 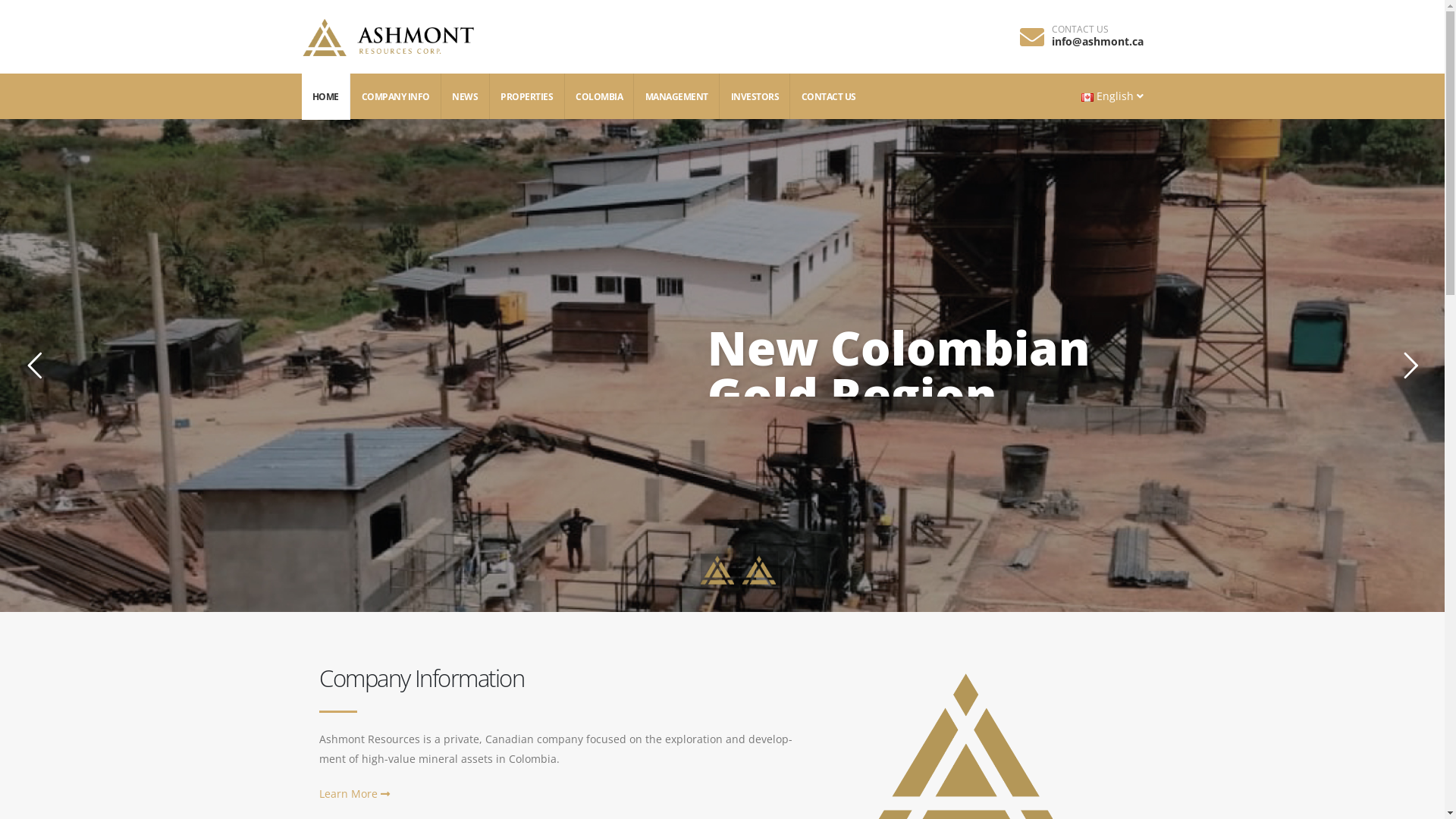 I want to click on 'INVESTORS', so click(x=755, y=96).